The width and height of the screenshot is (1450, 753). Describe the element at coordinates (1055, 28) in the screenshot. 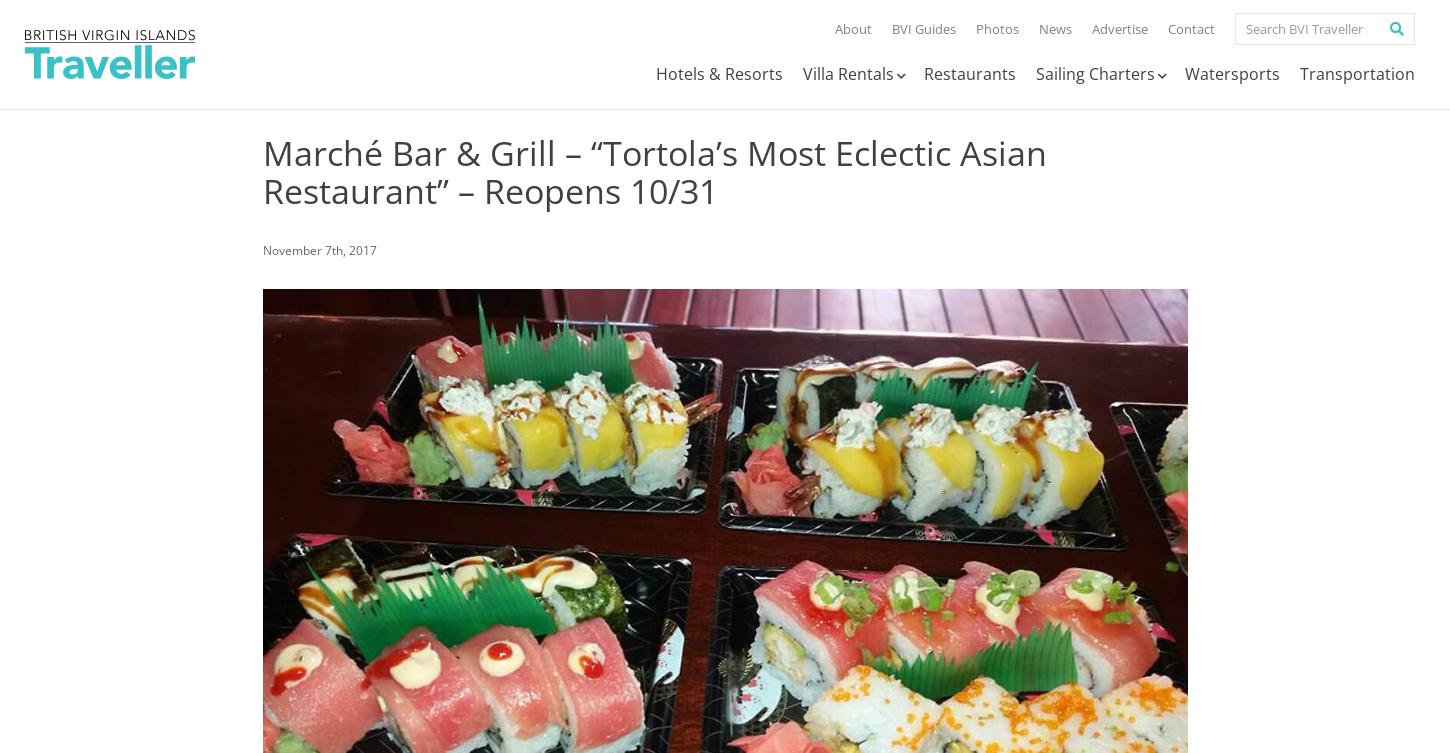

I see `'News'` at that location.